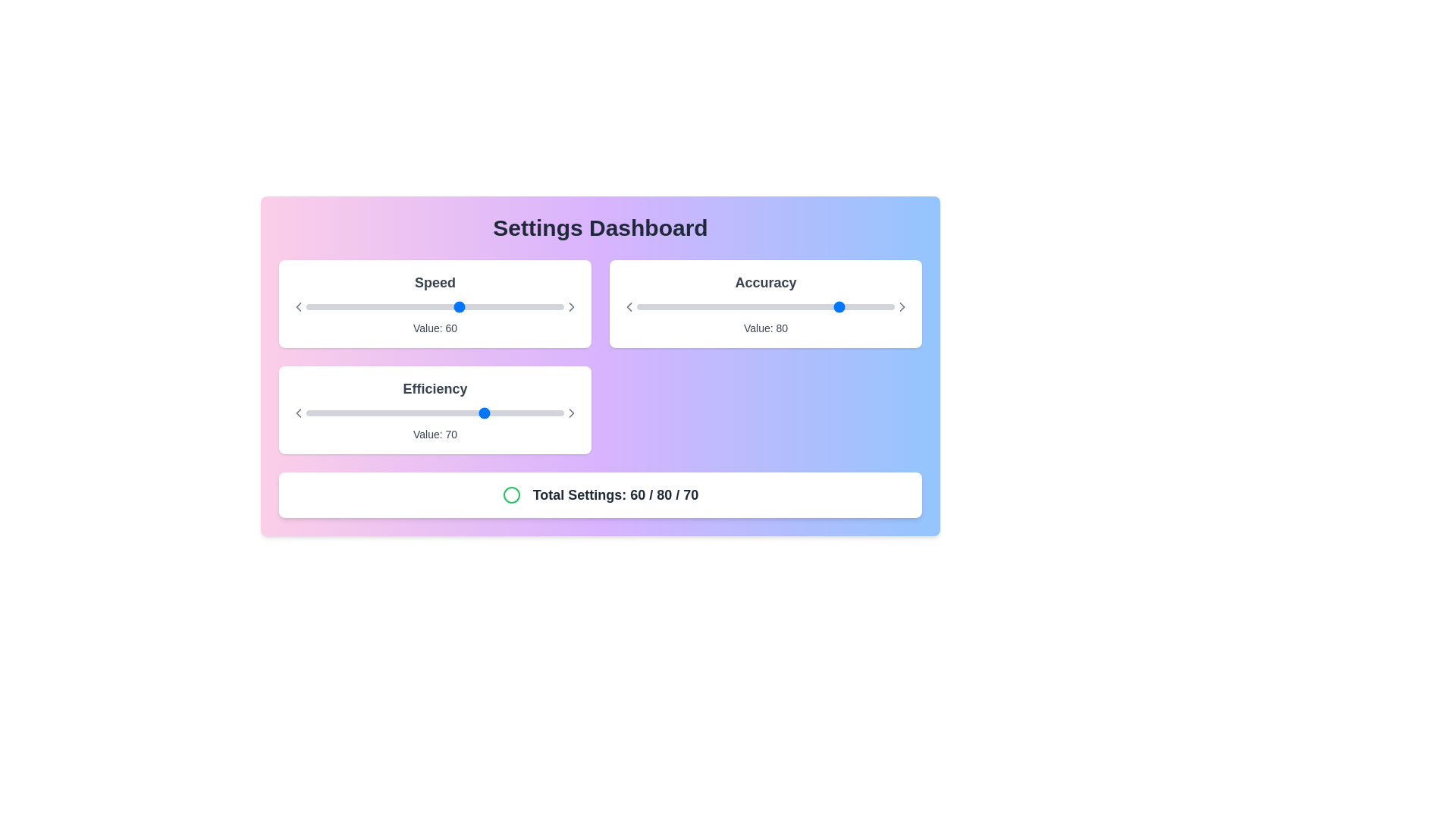  What do you see at coordinates (417, 307) in the screenshot?
I see `the speed slider` at bounding box center [417, 307].